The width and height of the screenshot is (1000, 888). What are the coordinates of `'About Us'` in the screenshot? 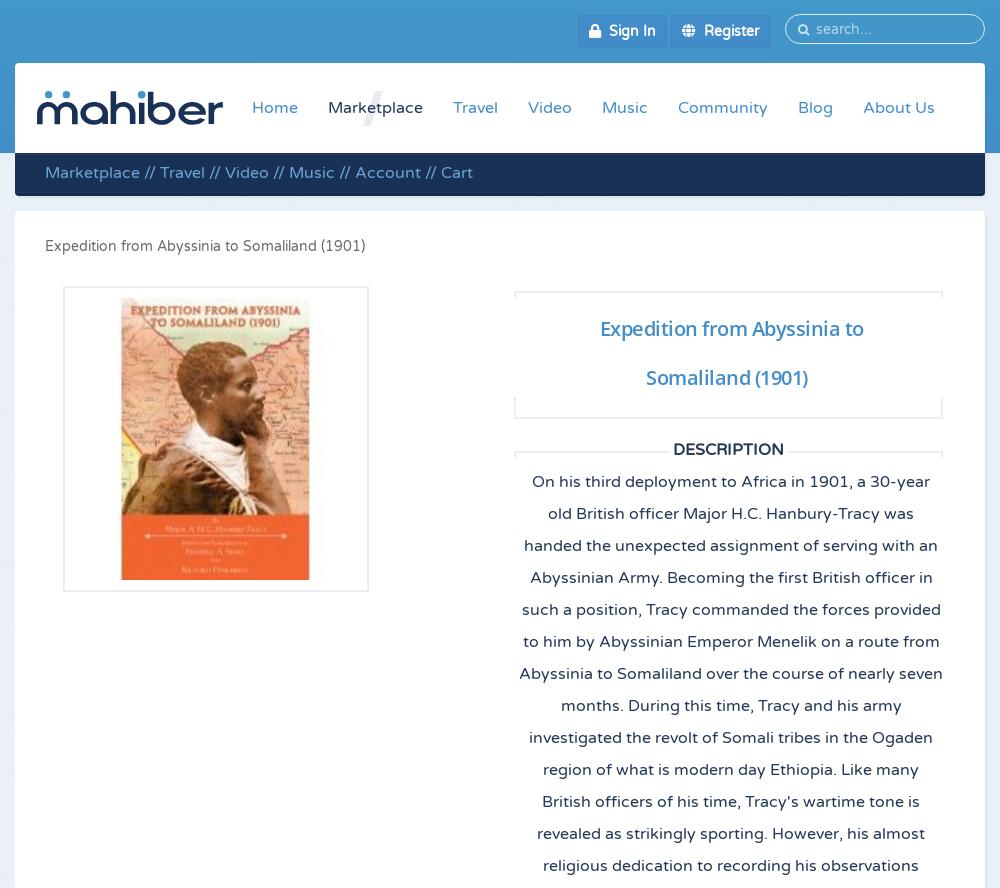 It's located at (899, 106).